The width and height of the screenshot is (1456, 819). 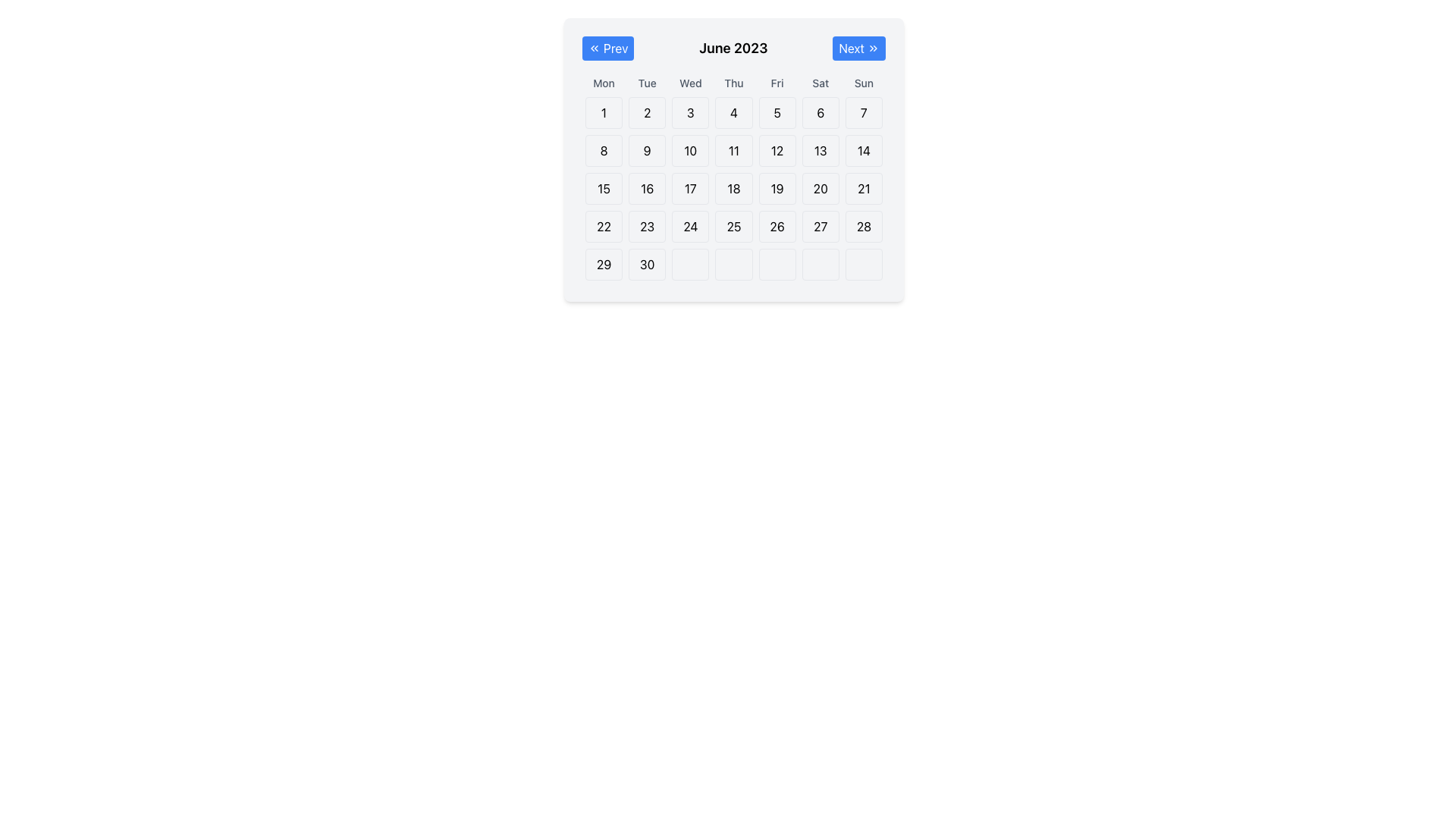 What do you see at coordinates (734, 151) in the screenshot?
I see `the button displaying the number '11'` at bounding box center [734, 151].